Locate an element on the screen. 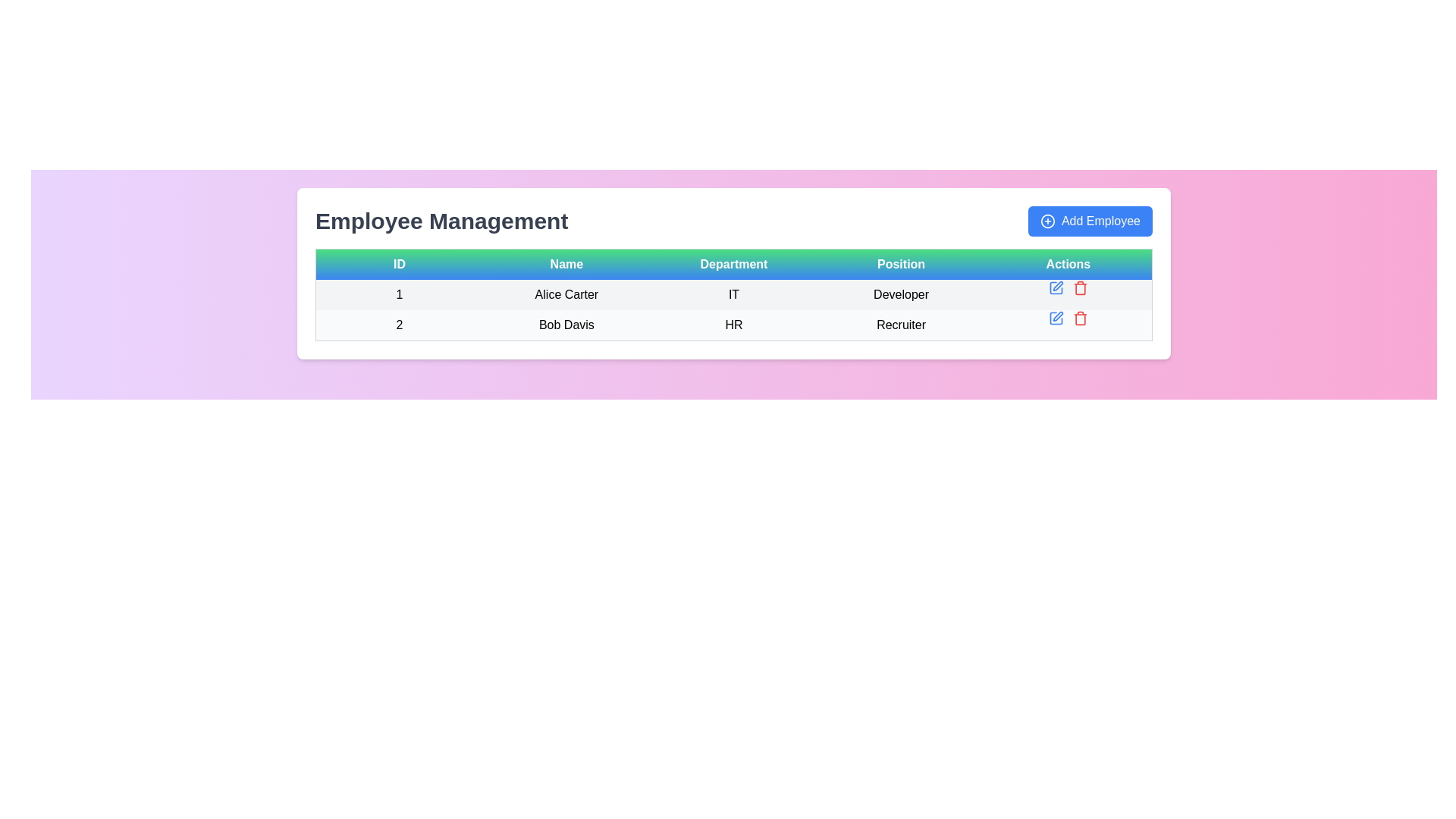 The width and height of the screenshot is (1456, 819). text displayed in the 'Position' column for 'Alice Carter' in the table, which is located in the third column of the first row is located at coordinates (901, 295).